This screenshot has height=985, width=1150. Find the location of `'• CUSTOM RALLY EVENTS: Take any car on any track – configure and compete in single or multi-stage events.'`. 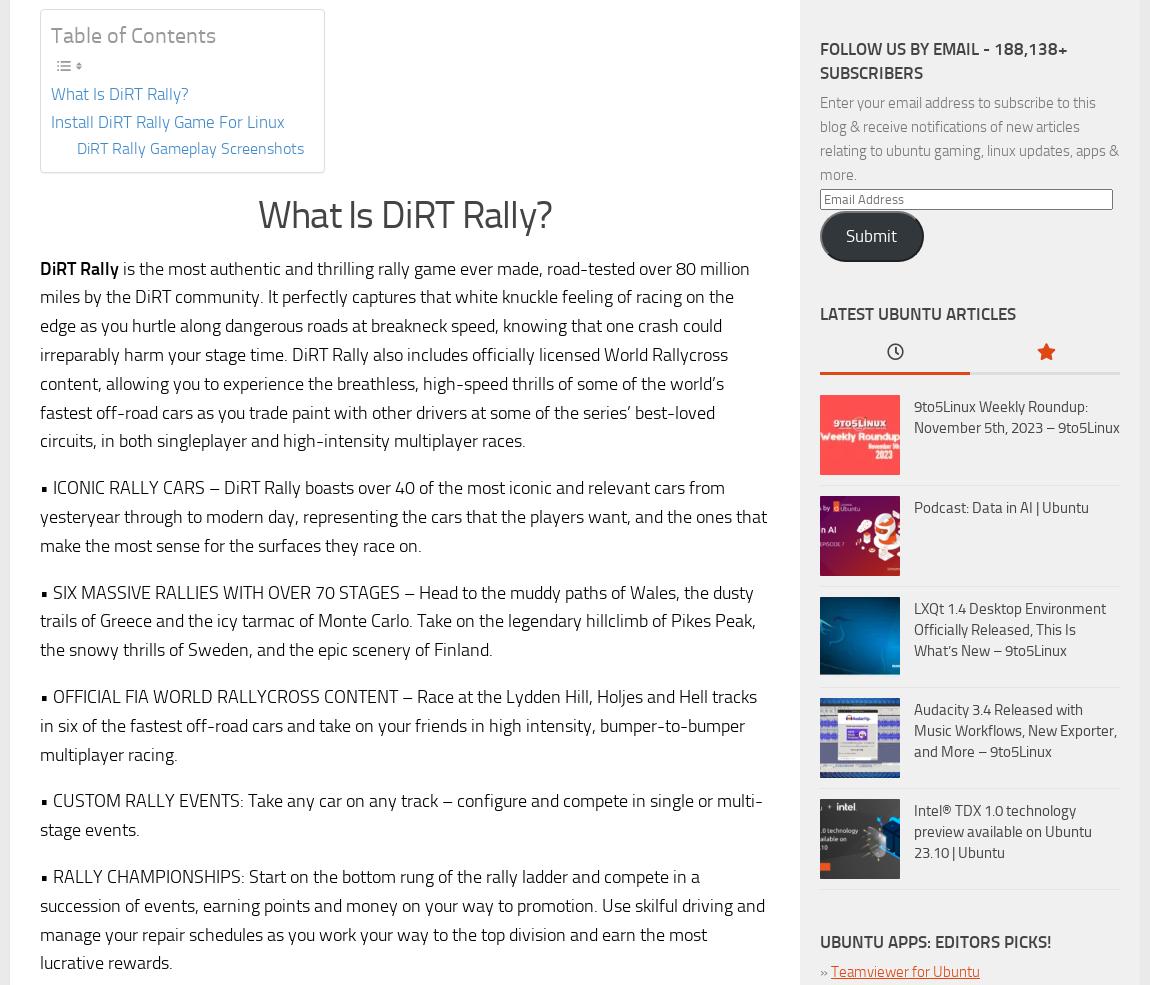

'• CUSTOM RALLY EVENTS: Take any car on any track – configure and compete in single or multi-stage events.' is located at coordinates (401, 814).